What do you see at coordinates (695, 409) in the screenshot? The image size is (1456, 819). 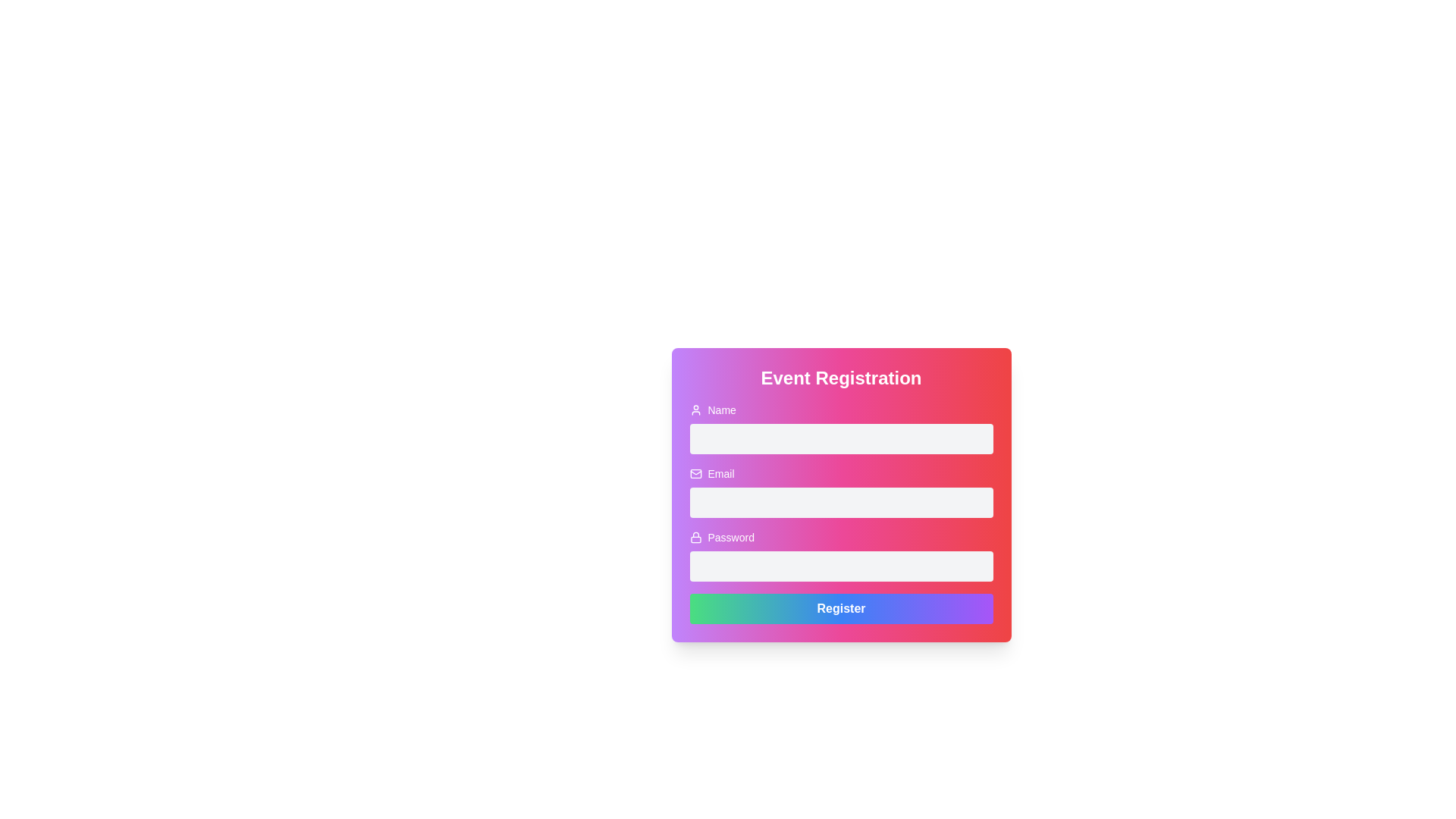 I see `the icon that visually indicates the input field for entering the user's name, located to the left of the 'Name' label` at bounding box center [695, 409].